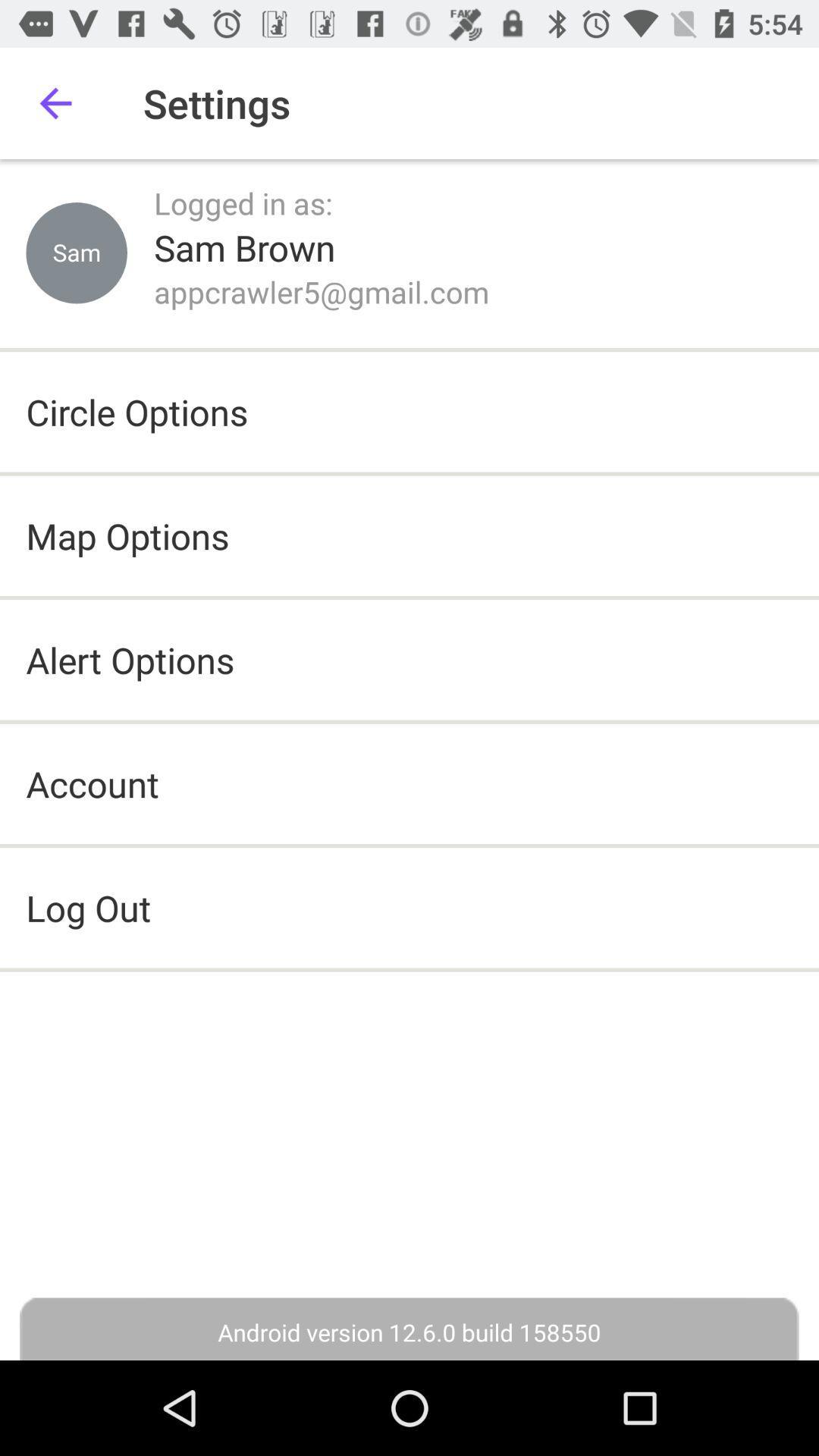 Image resolution: width=819 pixels, height=1456 pixels. Describe the element at coordinates (242, 202) in the screenshot. I see `logged in as: icon` at that location.